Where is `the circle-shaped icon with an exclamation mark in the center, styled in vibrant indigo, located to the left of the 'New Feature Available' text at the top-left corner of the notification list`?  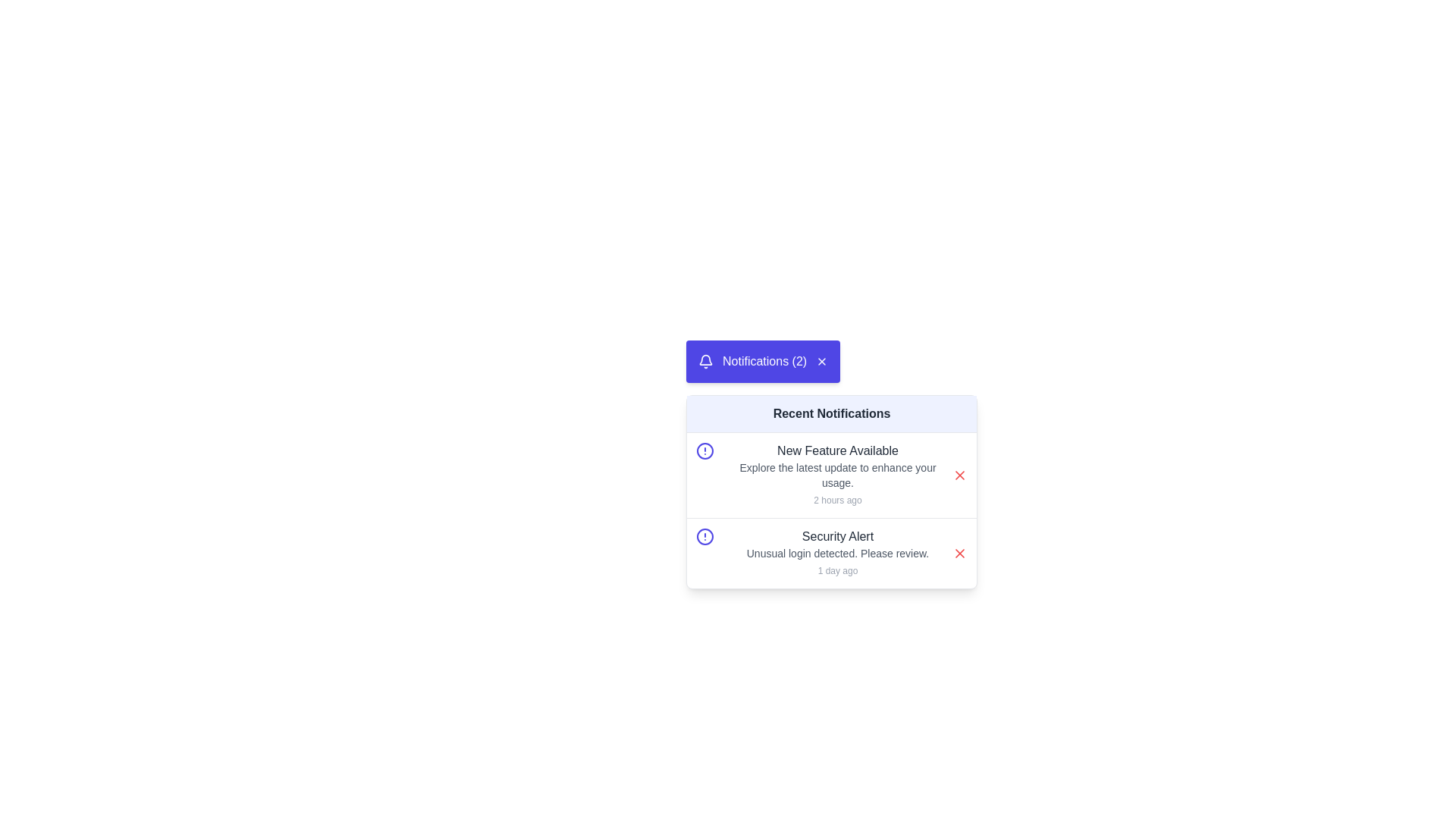 the circle-shaped icon with an exclamation mark in the center, styled in vibrant indigo, located to the left of the 'New Feature Available' text at the top-left corner of the notification list is located at coordinates (704, 450).